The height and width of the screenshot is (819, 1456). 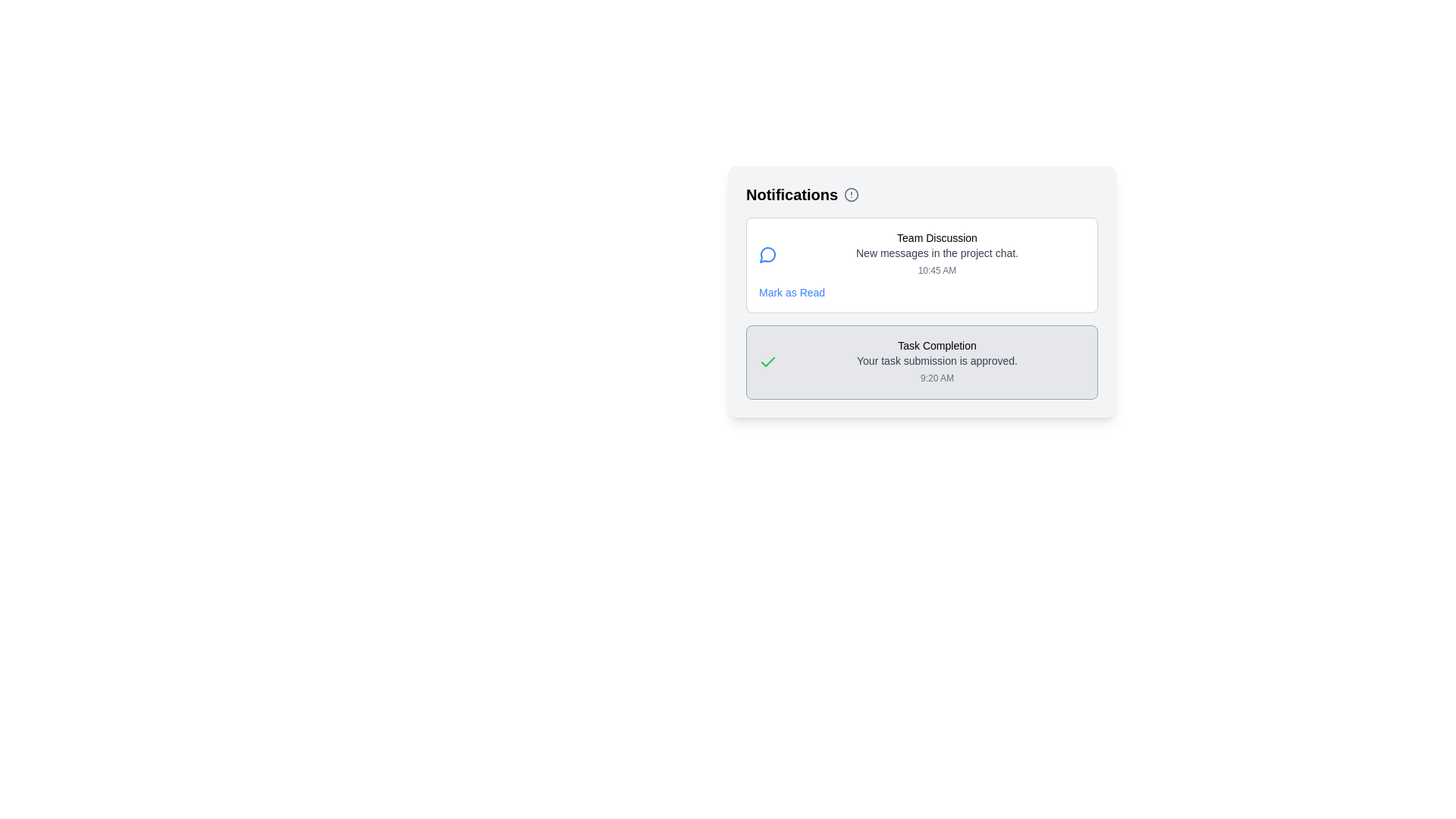 I want to click on the discussion icon located to the far-left of the 'Team Discussion' text in the notification panel, so click(x=767, y=253).